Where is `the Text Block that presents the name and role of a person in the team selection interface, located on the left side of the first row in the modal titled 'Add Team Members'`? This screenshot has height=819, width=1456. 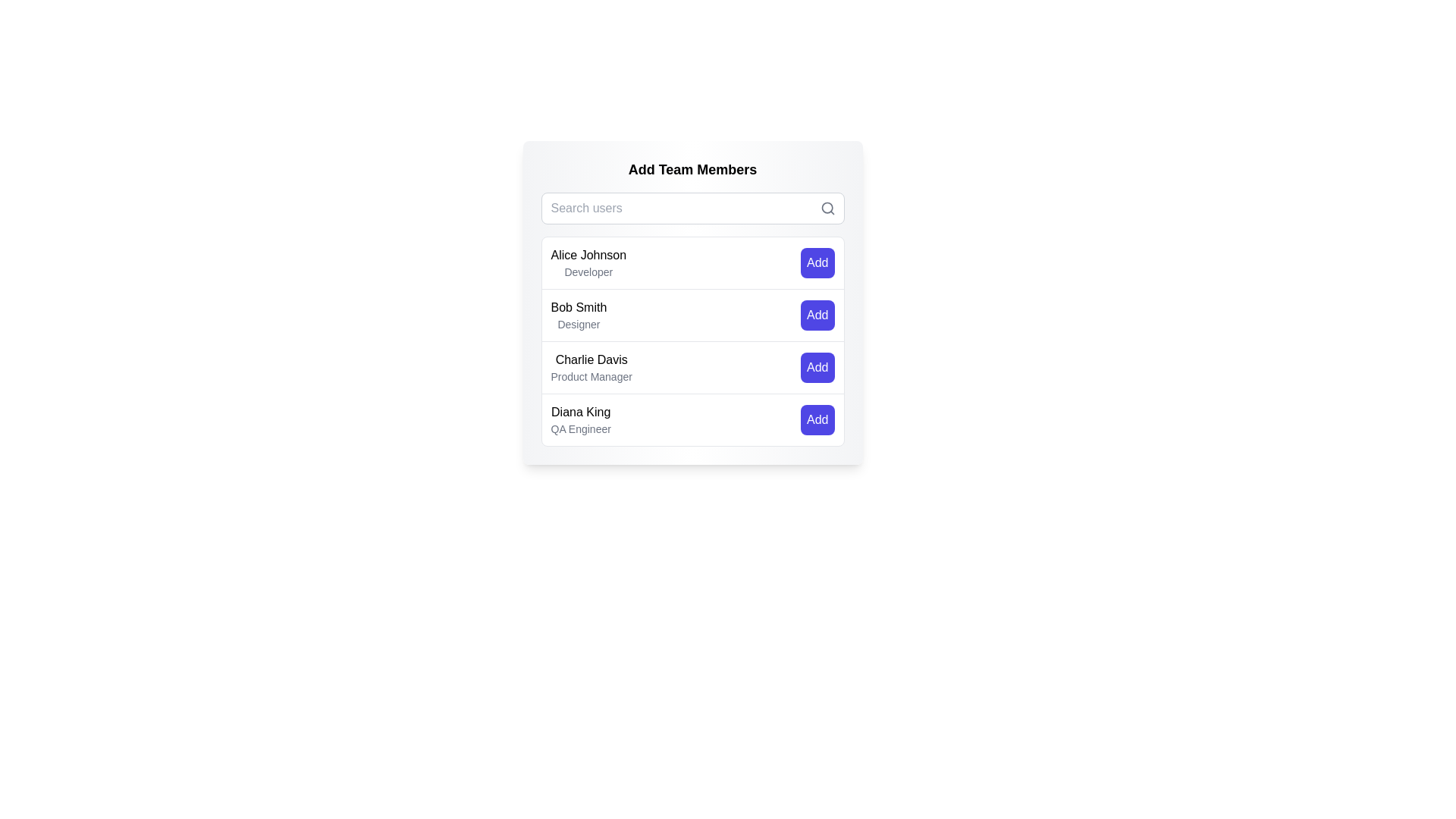 the Text Block that presents the name and role of a person in the team selection interface, located on the left side of the first row in the modal titled 'Add Team Members' is located at coordinates (588, 262).